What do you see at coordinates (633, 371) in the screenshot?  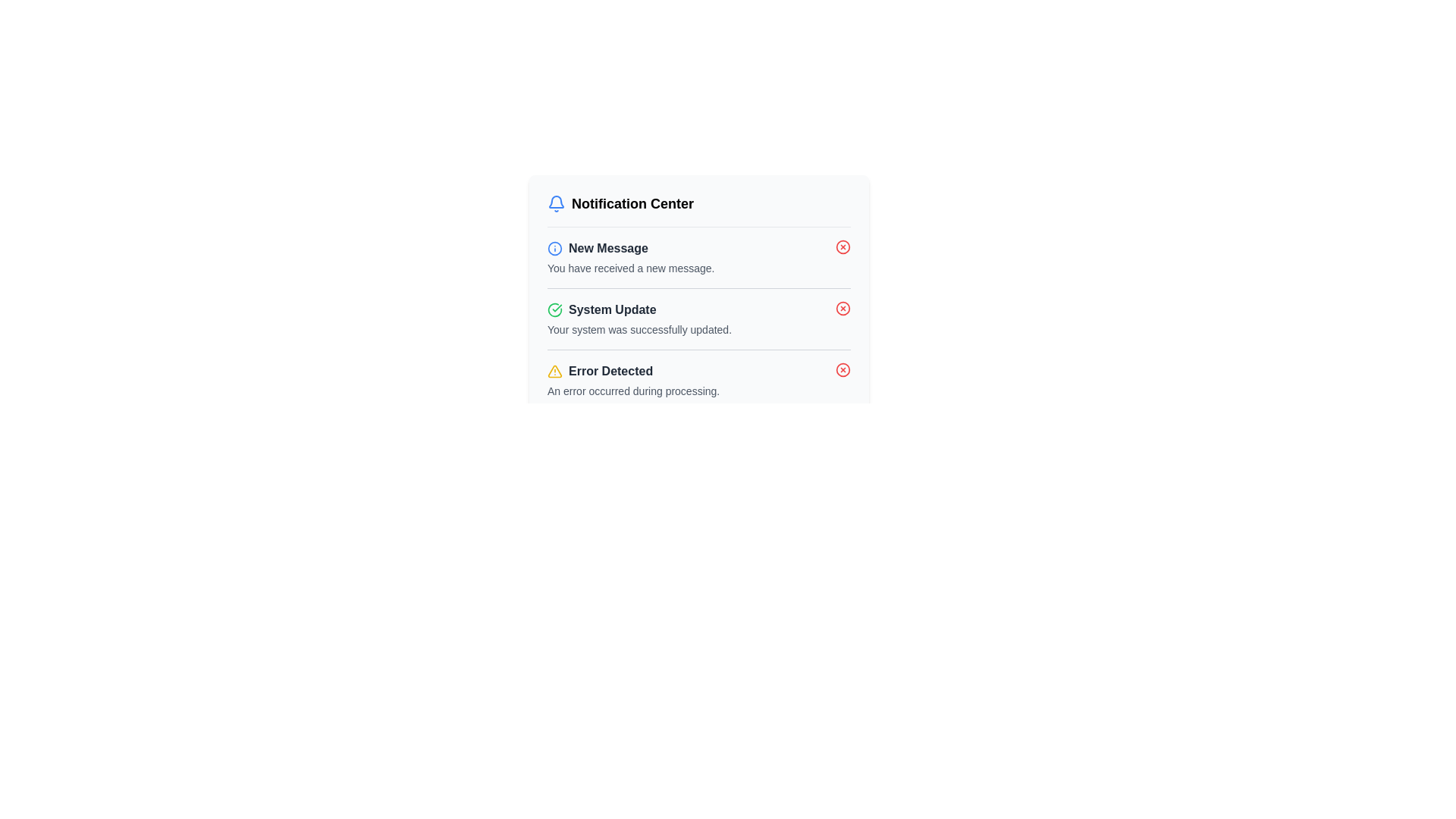 I see `error message displayed in the text label indicating an error alert in the notification panel, located between the 'System Update' notification and its description` at bounding box center [633, 371].